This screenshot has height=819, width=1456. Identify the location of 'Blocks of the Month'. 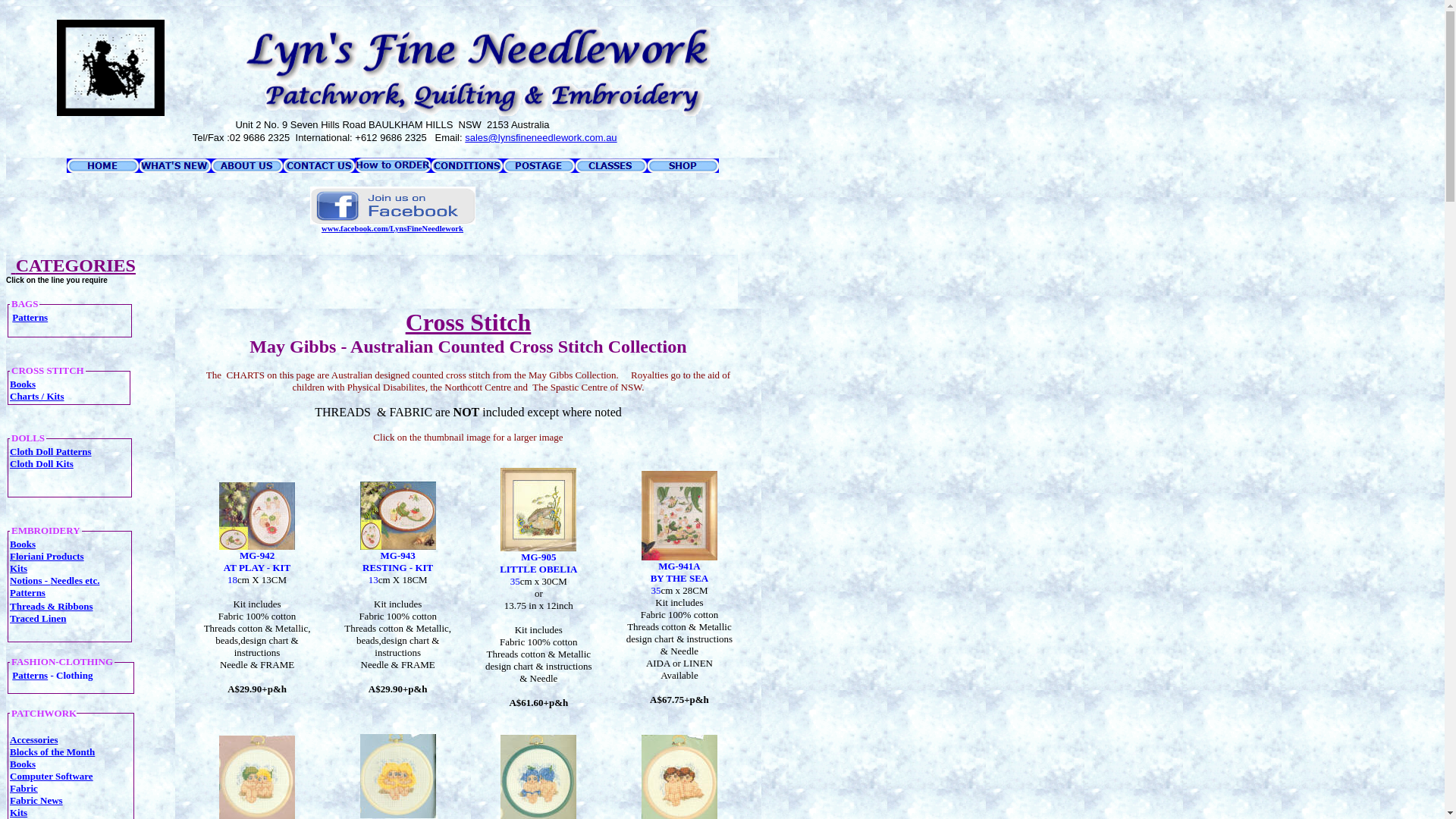
(52, 752).